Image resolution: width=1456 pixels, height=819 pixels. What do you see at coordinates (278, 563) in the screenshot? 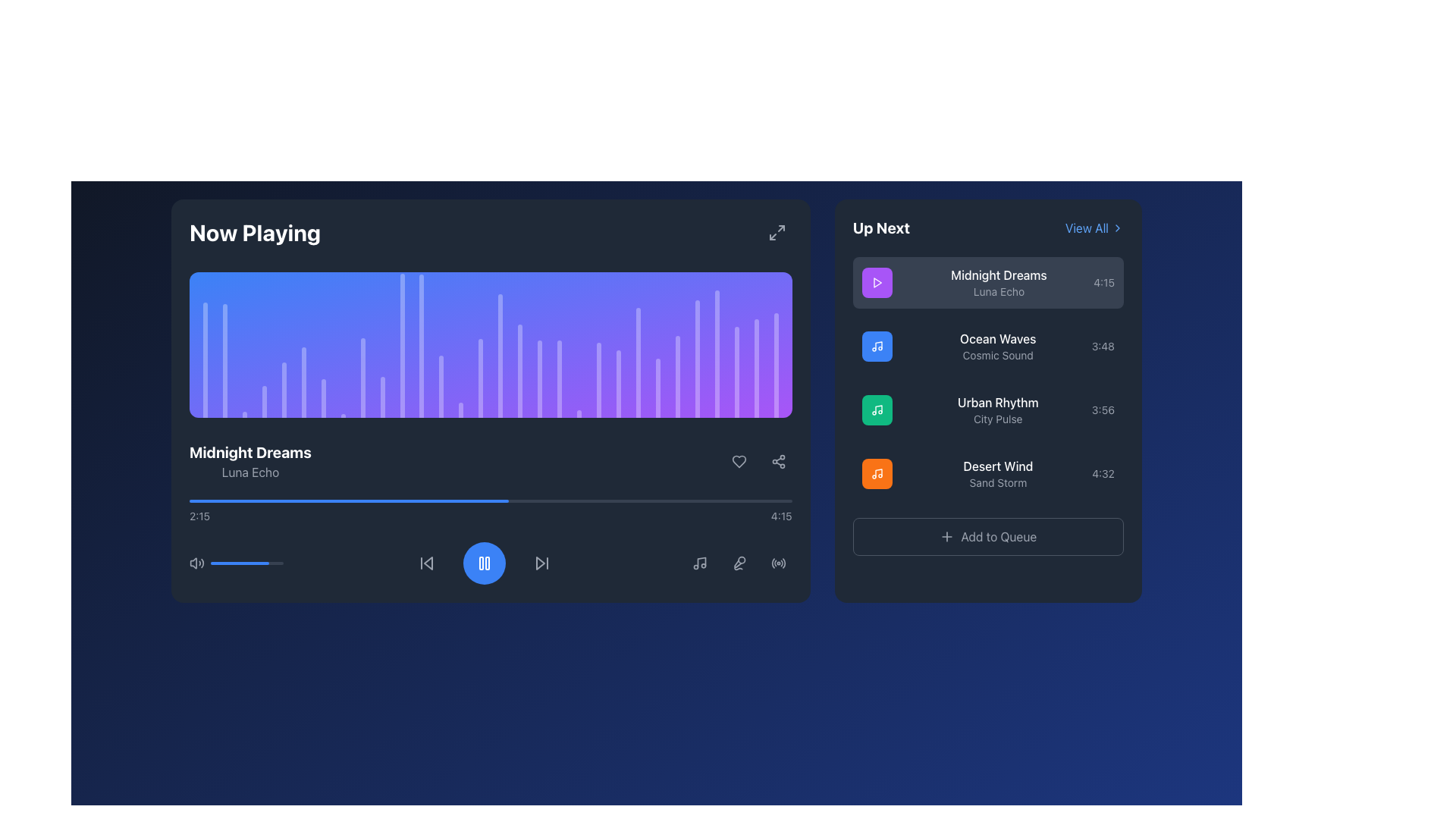
I see `the volume` at bounding box center [278, 563].